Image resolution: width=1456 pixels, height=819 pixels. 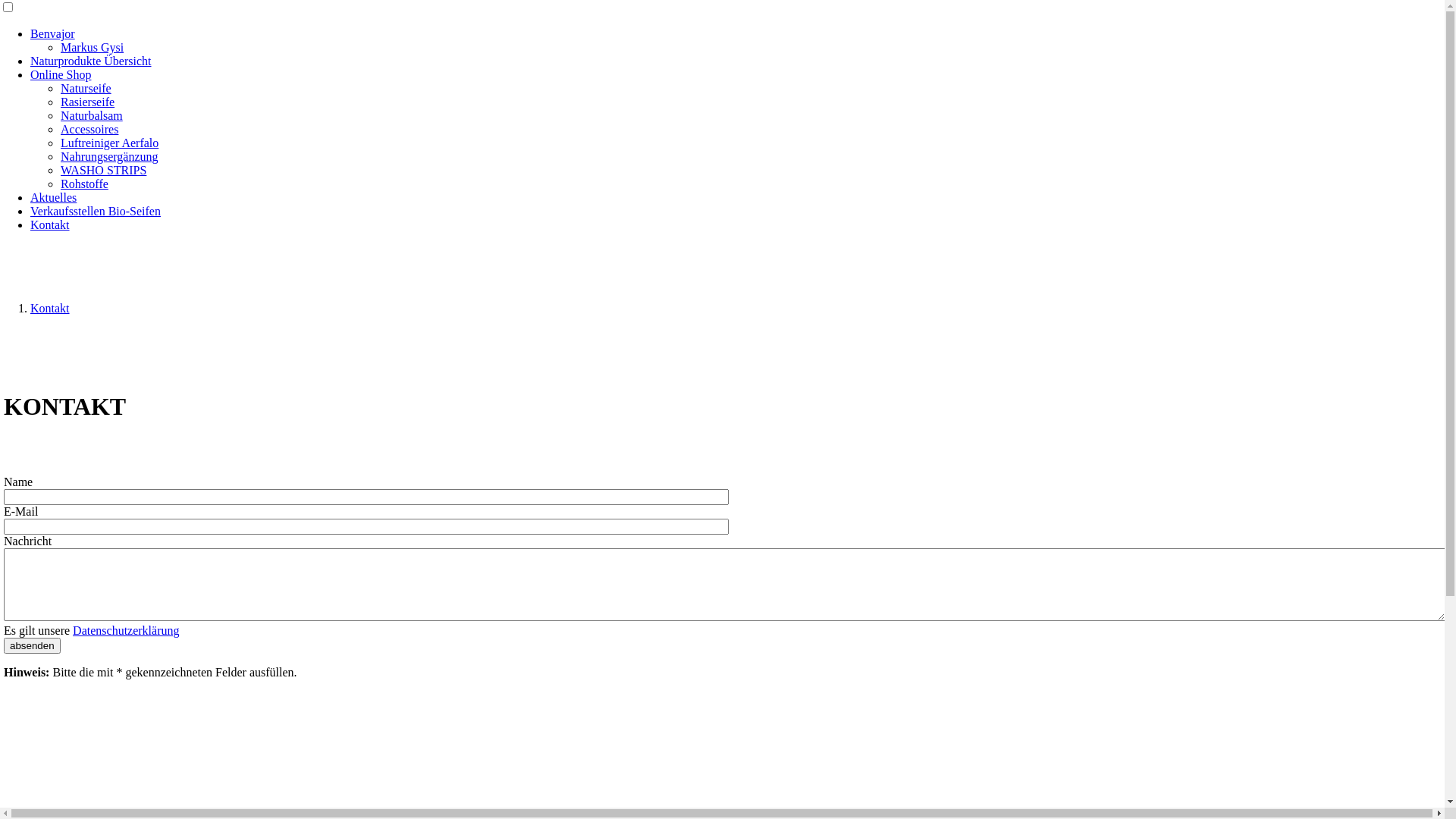 I want to click on 'Online Shop', so click(x=61, y=74).